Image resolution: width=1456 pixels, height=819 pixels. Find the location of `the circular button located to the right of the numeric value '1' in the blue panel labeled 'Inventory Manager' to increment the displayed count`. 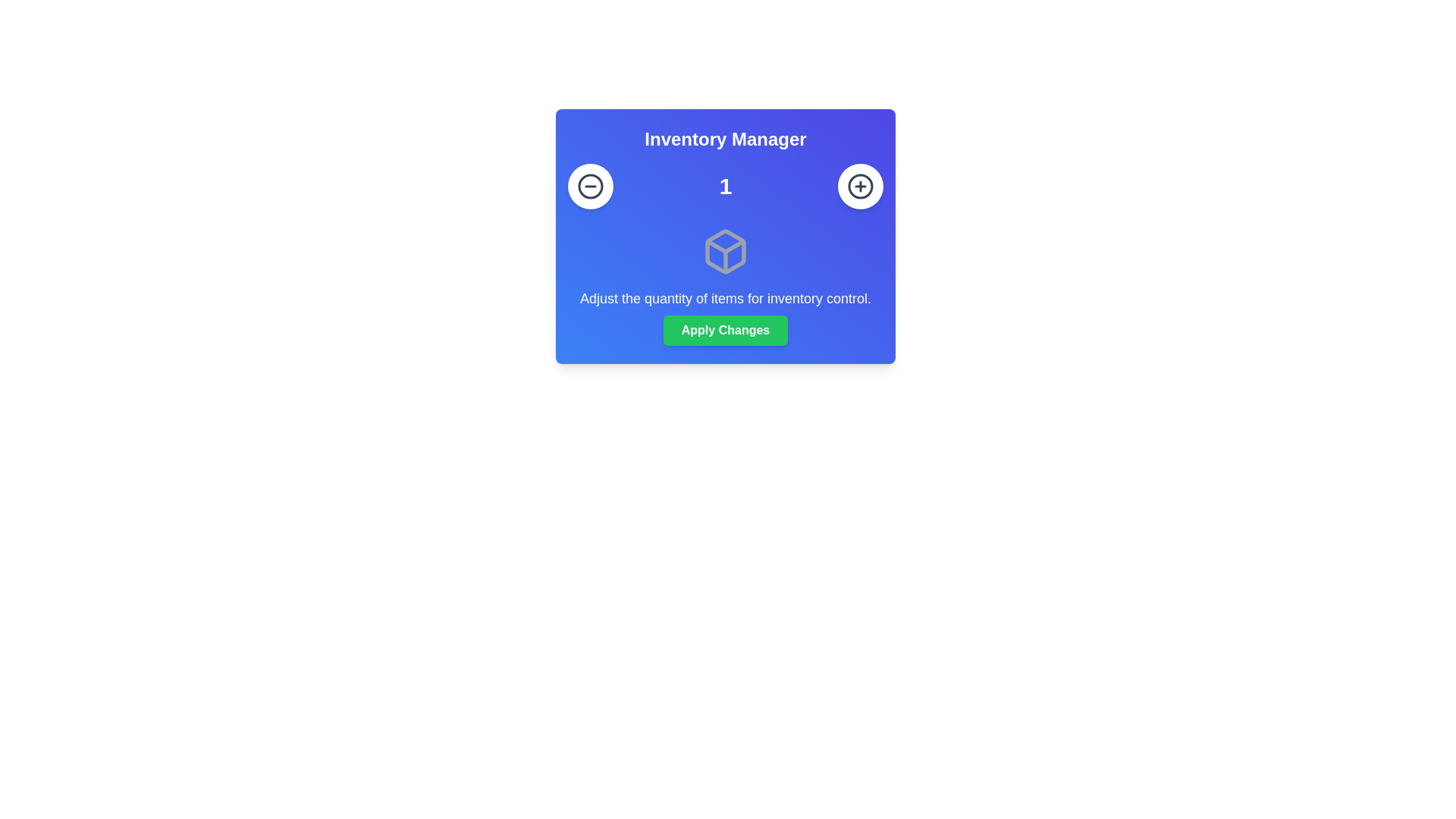

the circular button located to the right of the numeric value '1' in the blue panel labeled 'Inventory Manager' to increment the displayed count is located at coordinates (860, 186).